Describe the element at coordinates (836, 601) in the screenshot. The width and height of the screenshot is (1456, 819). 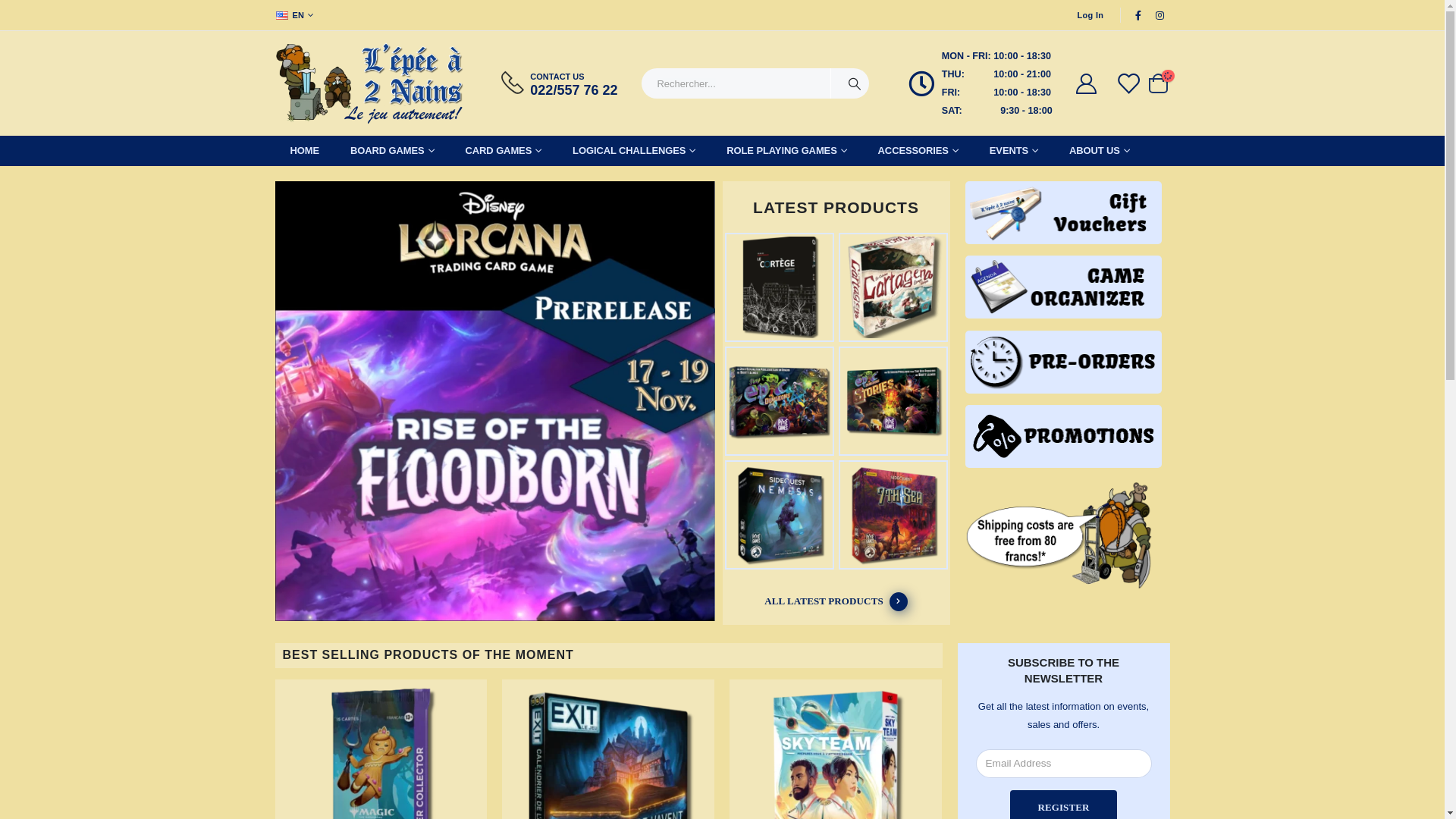
I see `'ALL LATEST PRODUCTS'` at that location.